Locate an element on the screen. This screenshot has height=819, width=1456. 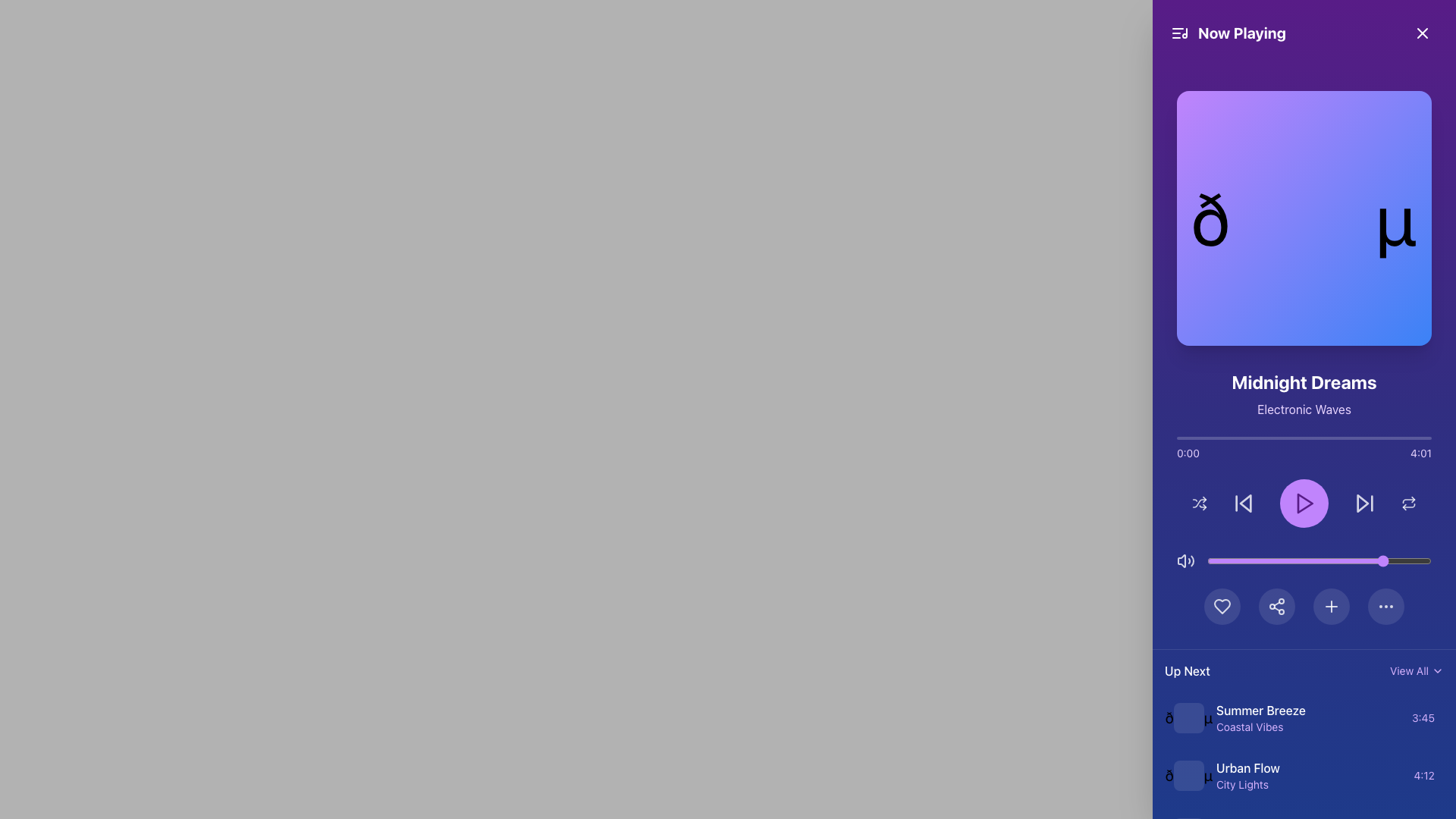
the 'More Options' button located at the bottom-right of the playing interface to receive a tooltip if available is located at coordinates (1386, 605).